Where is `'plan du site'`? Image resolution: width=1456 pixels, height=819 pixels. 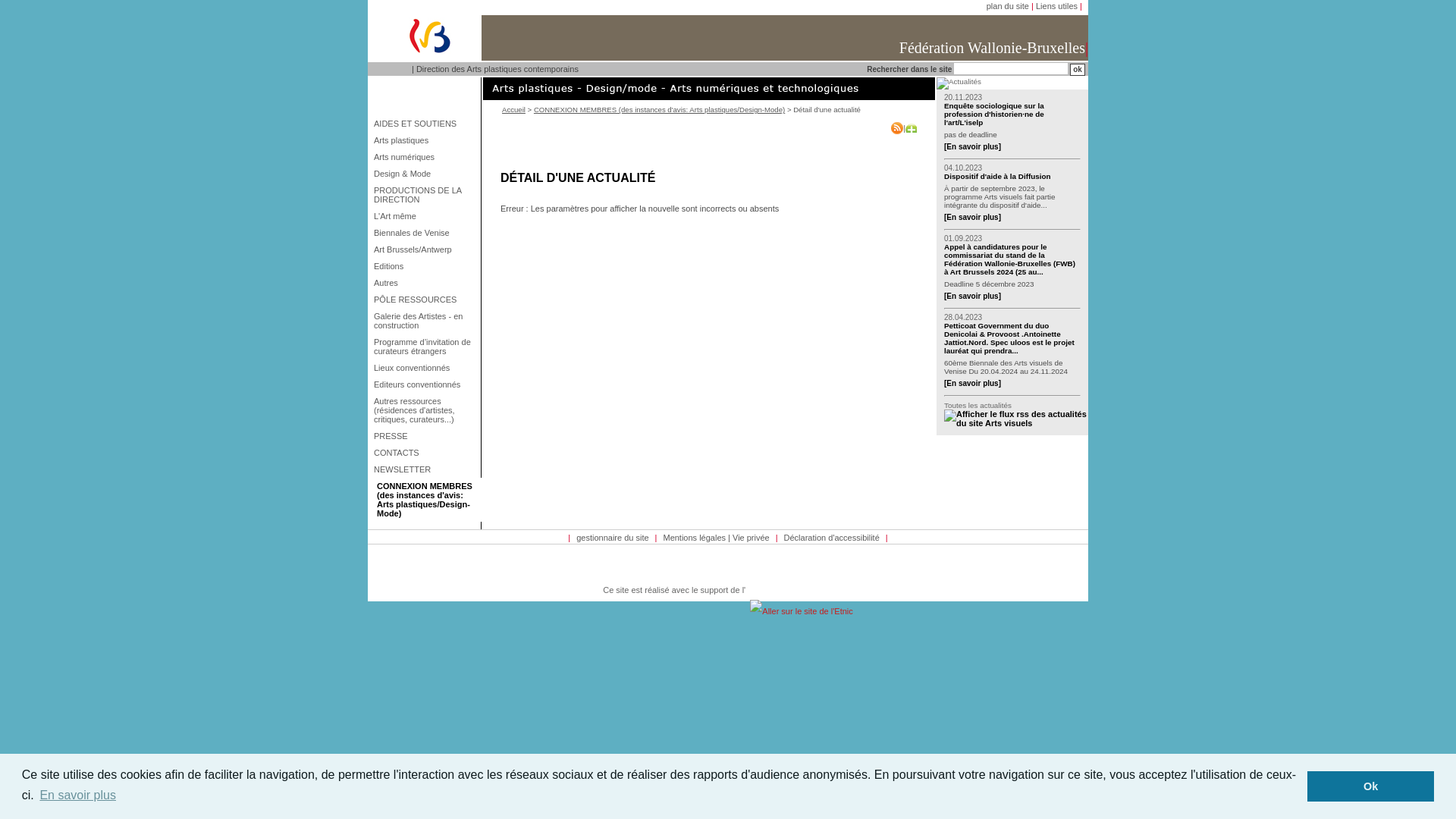
'plan du site' is located at coordinates (1008, 5).